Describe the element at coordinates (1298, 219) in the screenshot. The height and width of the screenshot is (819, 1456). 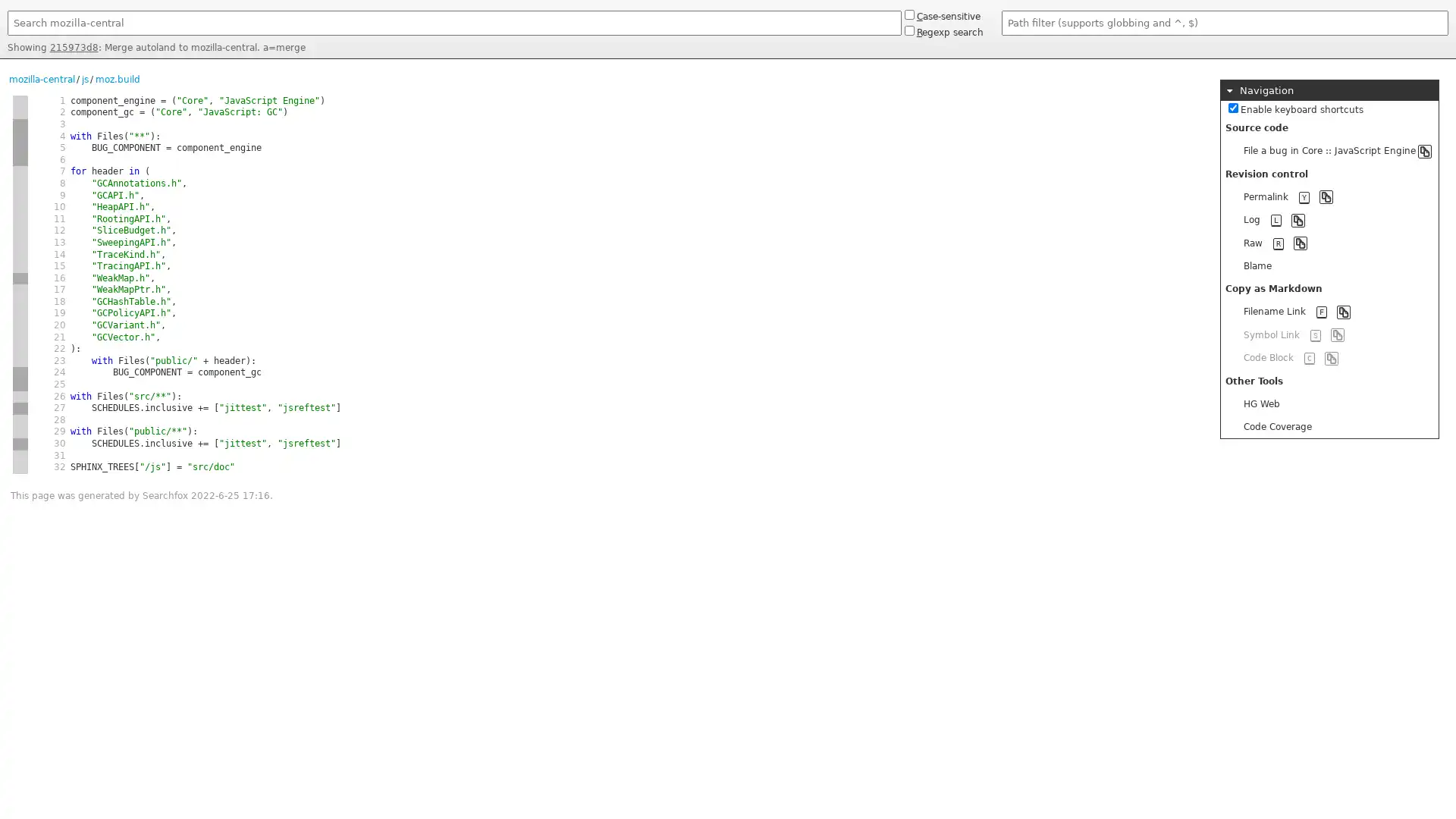
I see `Copy to clipboard` at that location.